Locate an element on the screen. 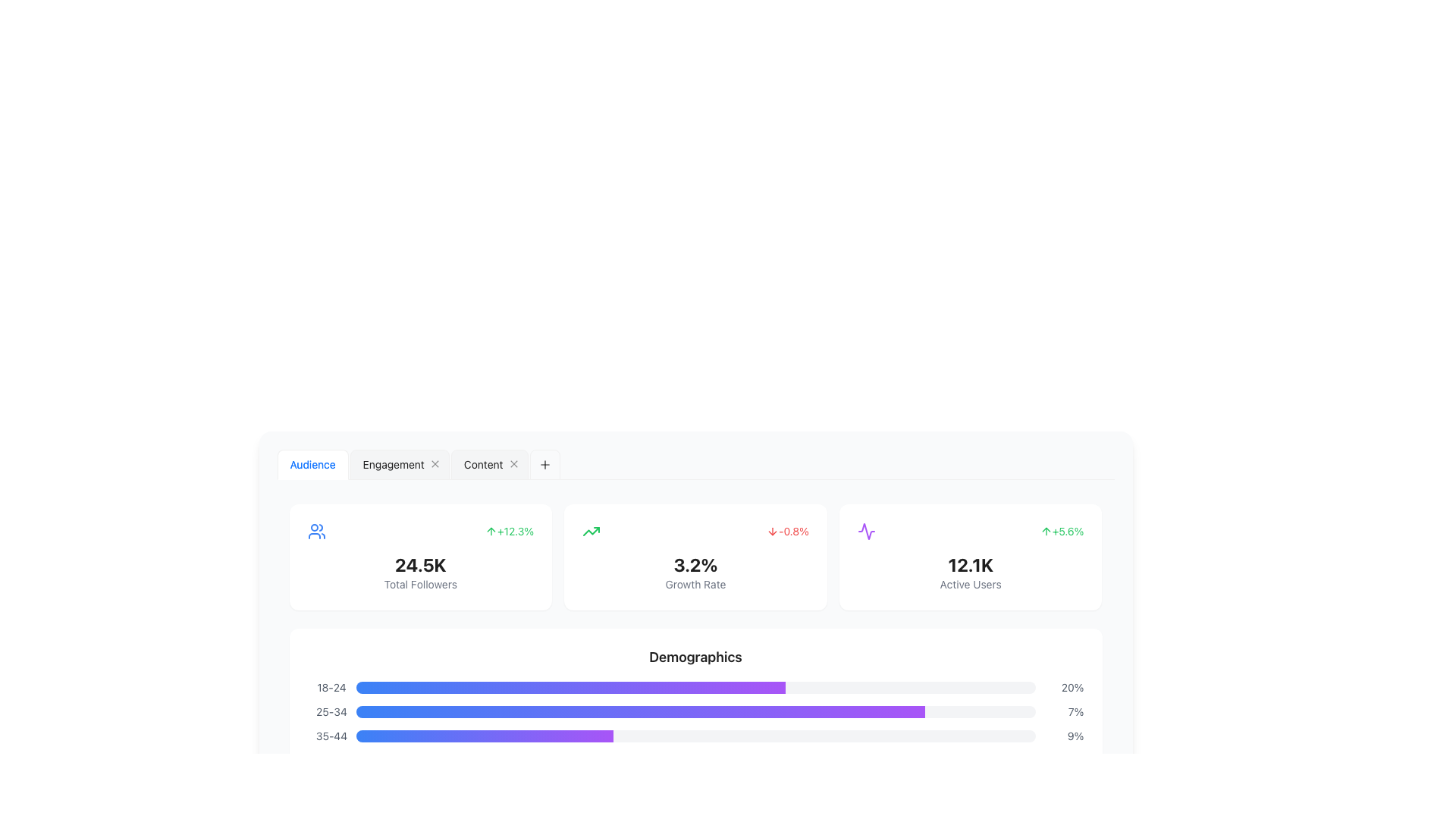 Image resolution: width=1456 pixels, height=819 pixels. the 'Audience' tab in the top navigation bar is located at coordinates (312, 464).